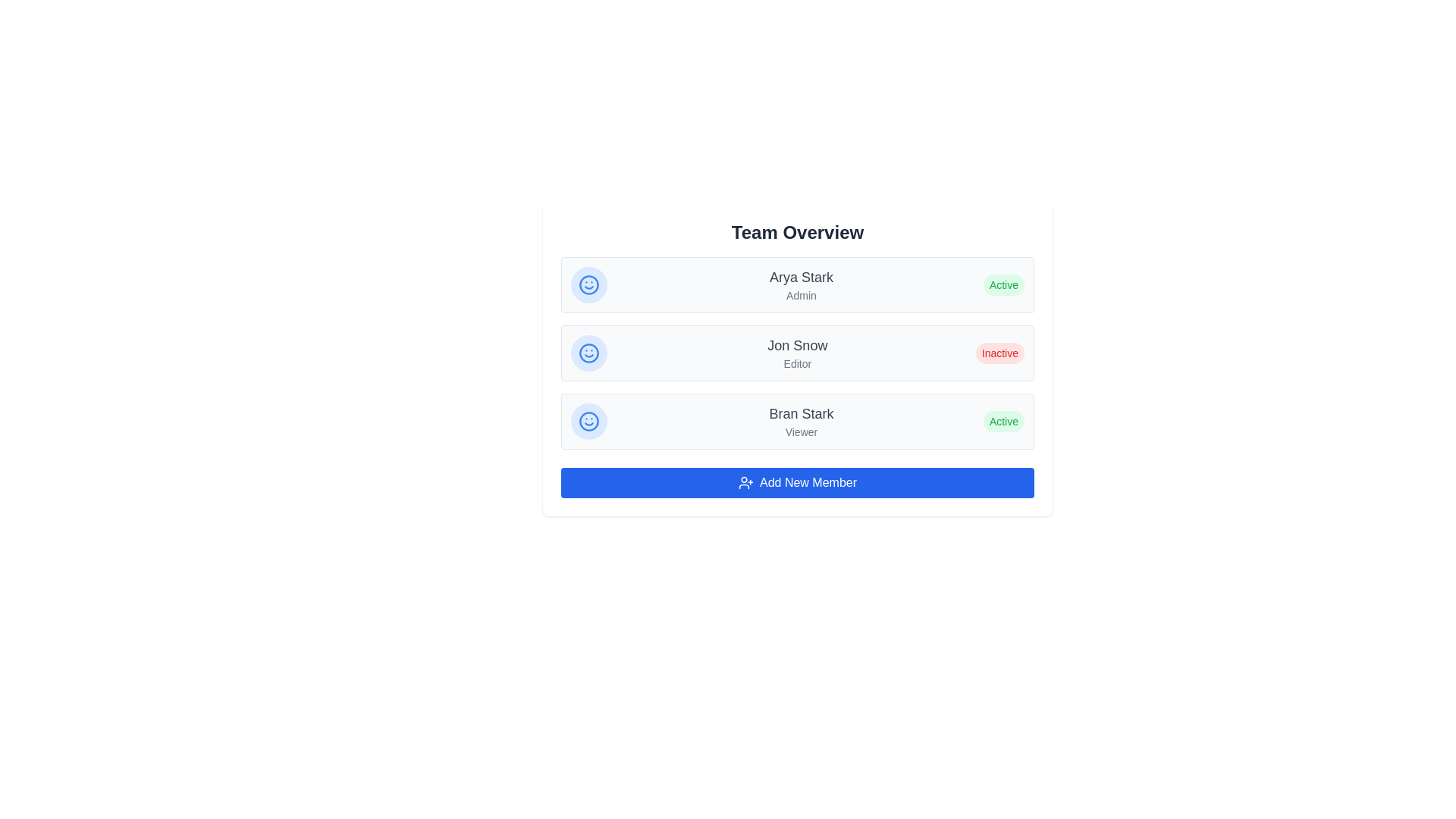 This screenshot has width=1456, height=819. Describe the element at coordinates (1004, 284) in the screenshot. I see `the 'Active' status indicator label, which is a pill-shaped component with bold green text on a light green background, located to the right of 'Arya Stark' in the team members list` at that location.